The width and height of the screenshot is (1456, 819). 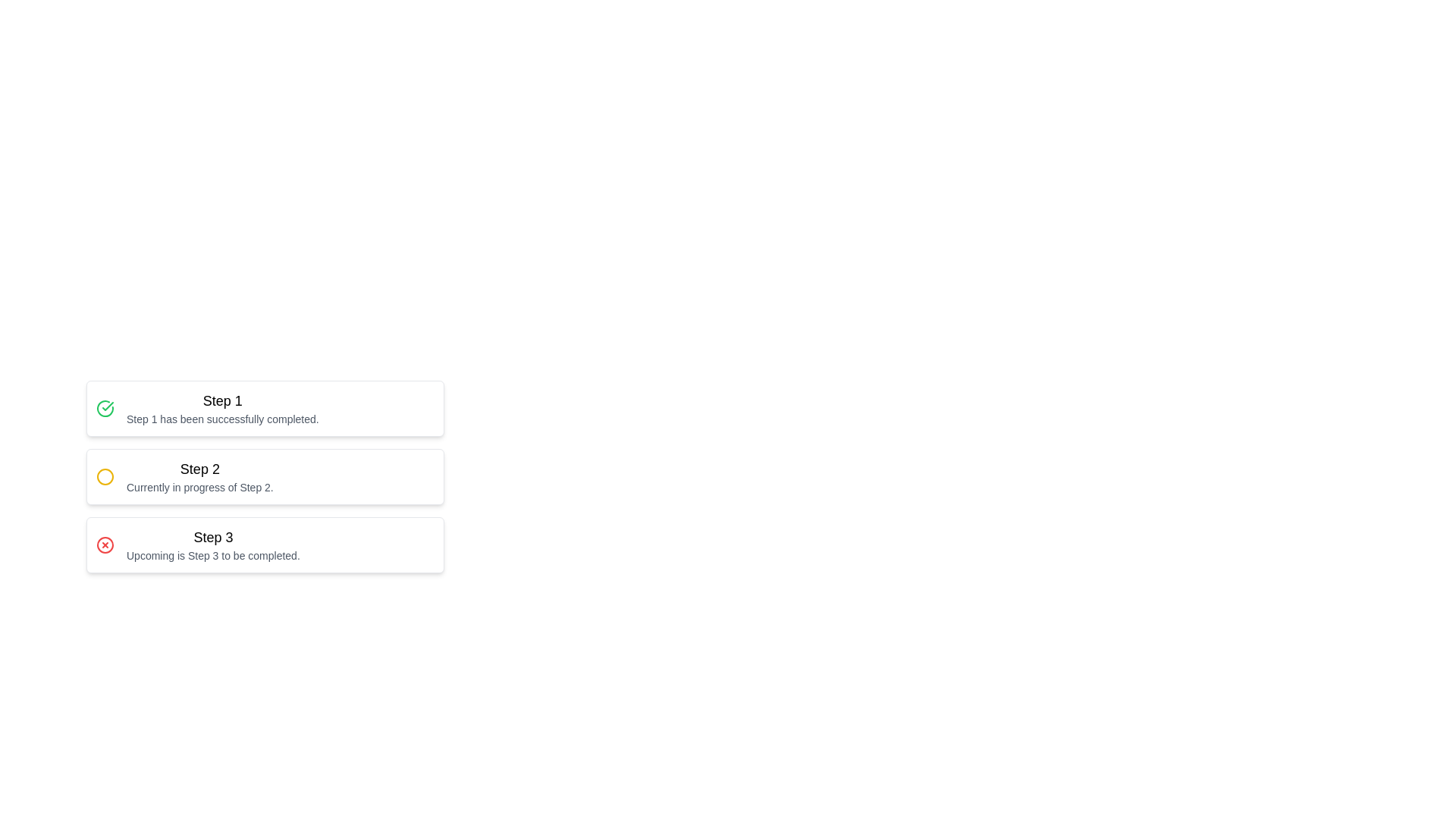 I want to click on the circular graphical element with a yellow outline within the SVG structure, located to the left of the 'Step 2' label in the step indicator component, so click(x=105, y=475).